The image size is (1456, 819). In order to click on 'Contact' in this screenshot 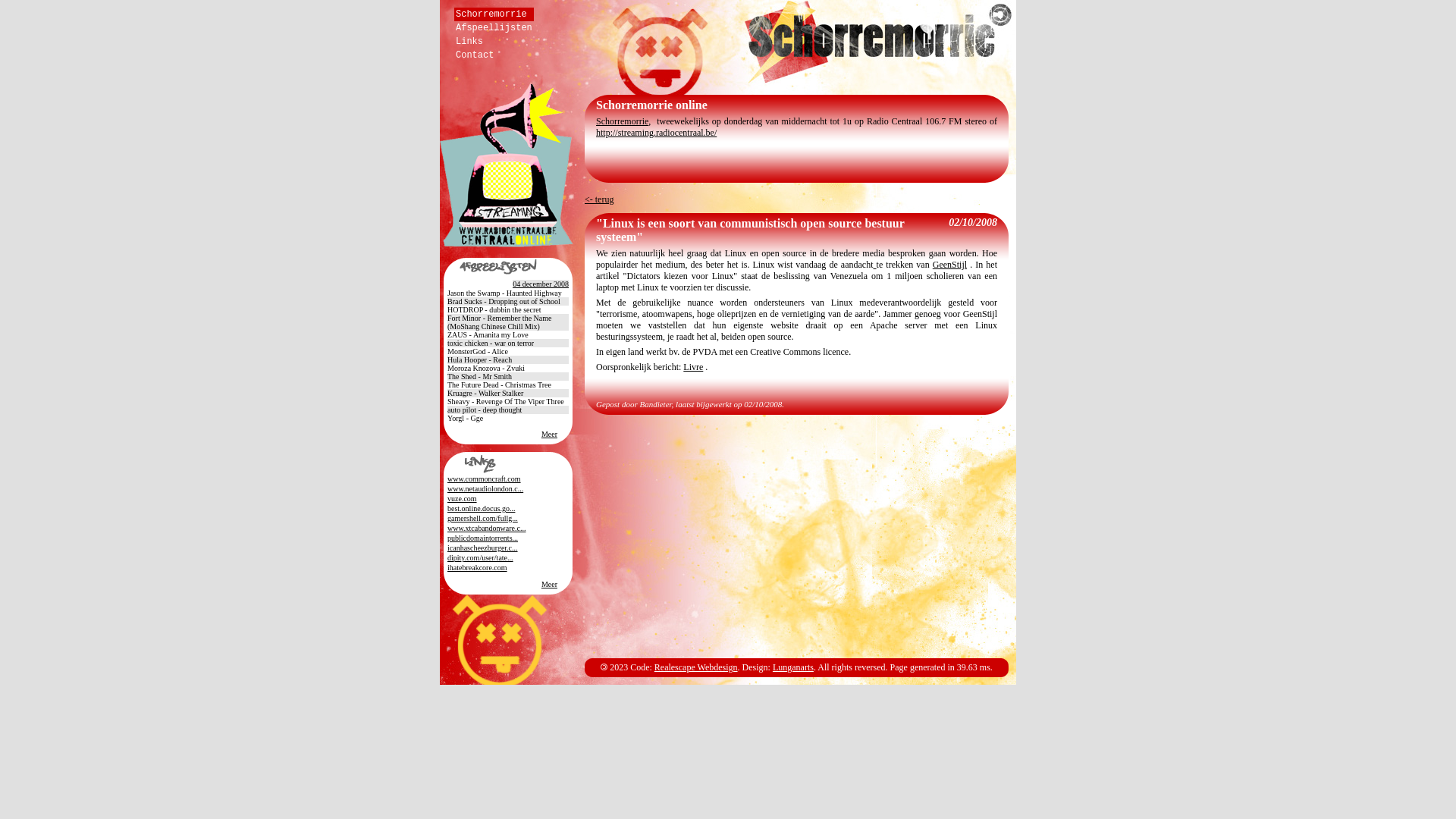, I will do `click(494, 55)`.